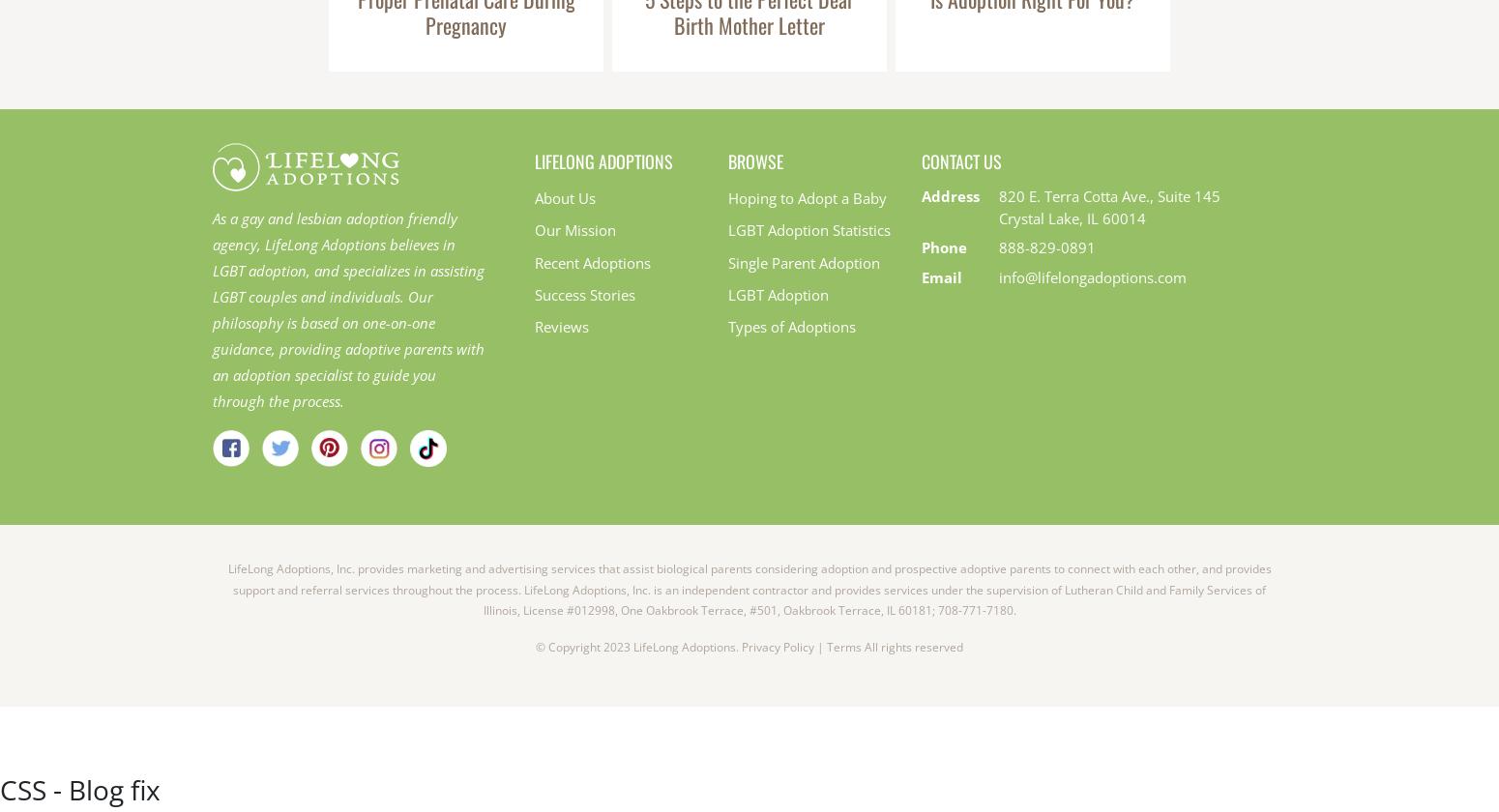  I want to click on '820 E. Terra Cotta Ave., Suite 145', so click(997, 196).